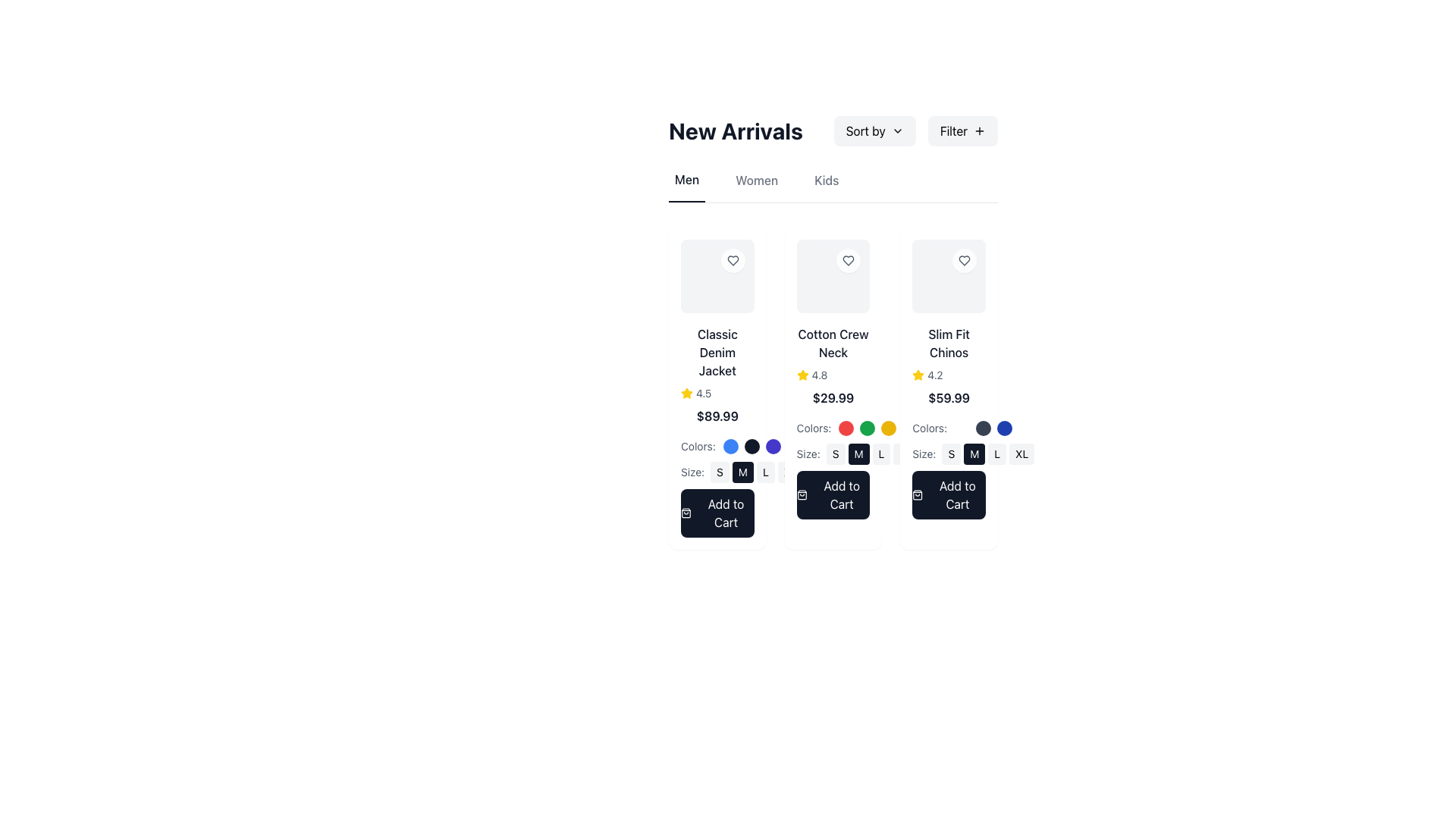 Image resolution: width=1456 pixels, height=819 pixels. I want to click on the size selection button labeled 'M' located below the product description section under the text 'Size:', so click(872, 453).